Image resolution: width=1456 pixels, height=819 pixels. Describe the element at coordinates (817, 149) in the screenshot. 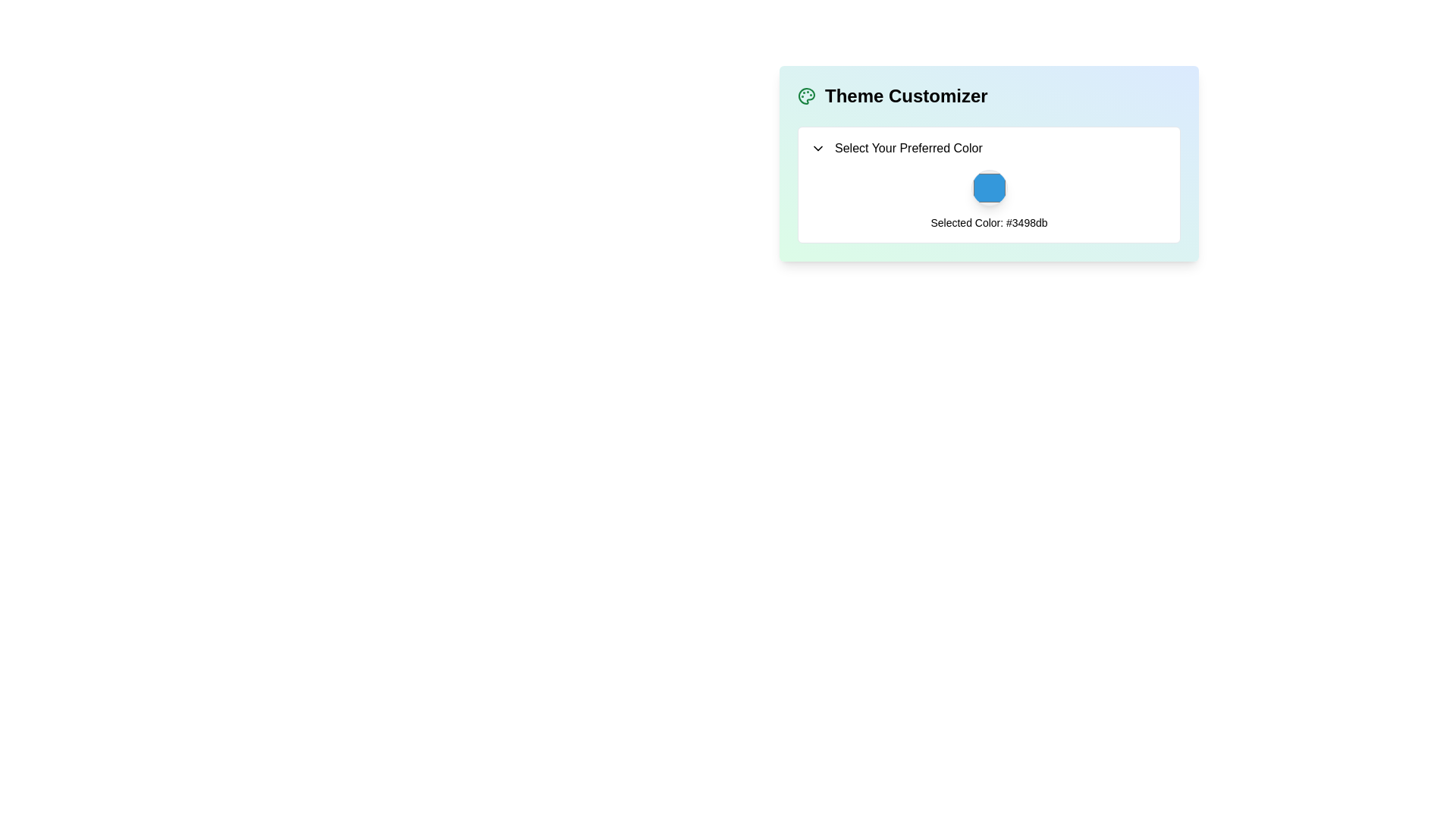

I see `the chevron icon located to the left of the 'Select Your Preferred Color' text` at that location.